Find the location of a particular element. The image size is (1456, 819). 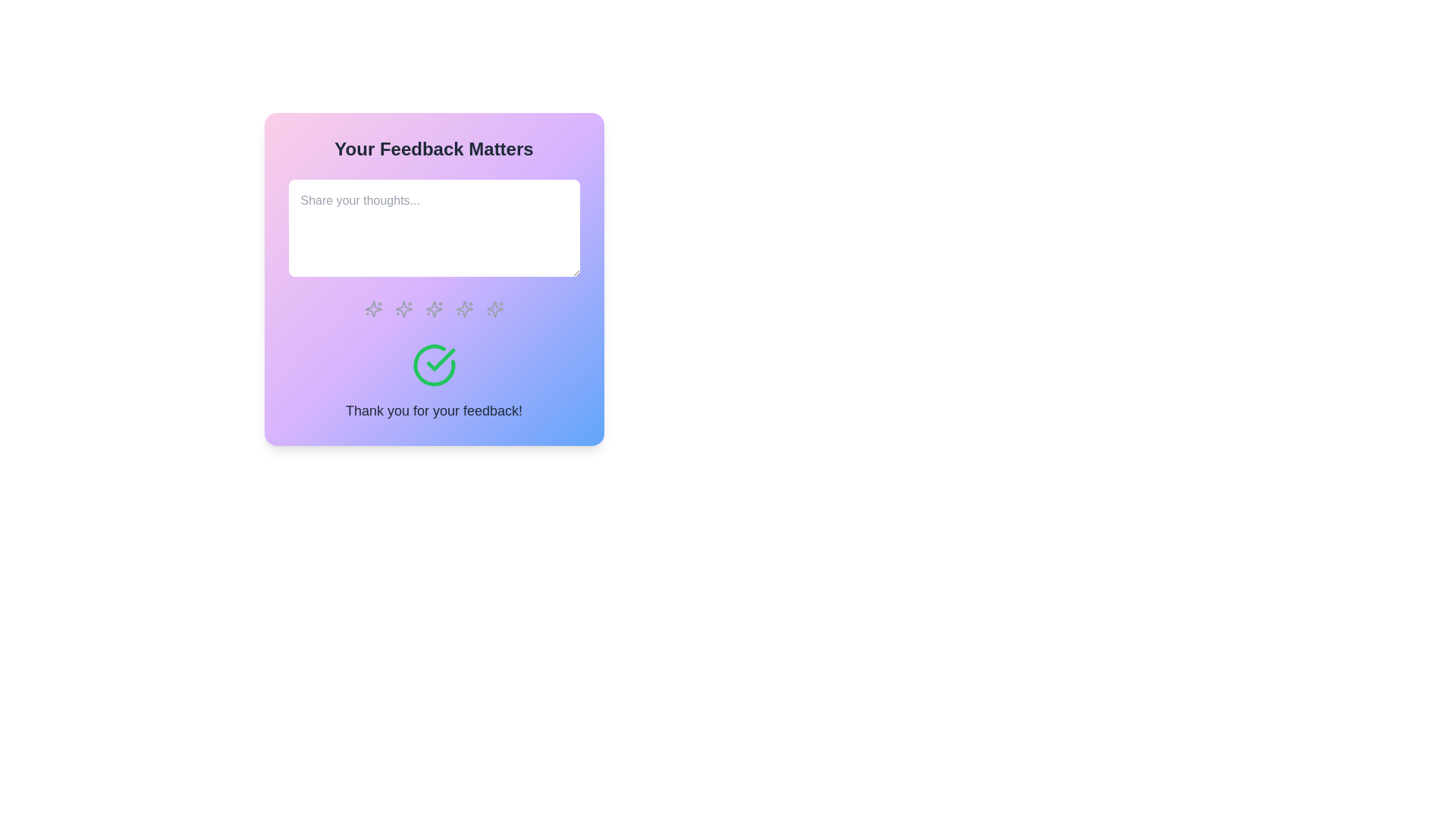

the bold header element displaying 'Your Feedback Matters', which is located at the top of a gradient background card is located at coordinates (433, 149).